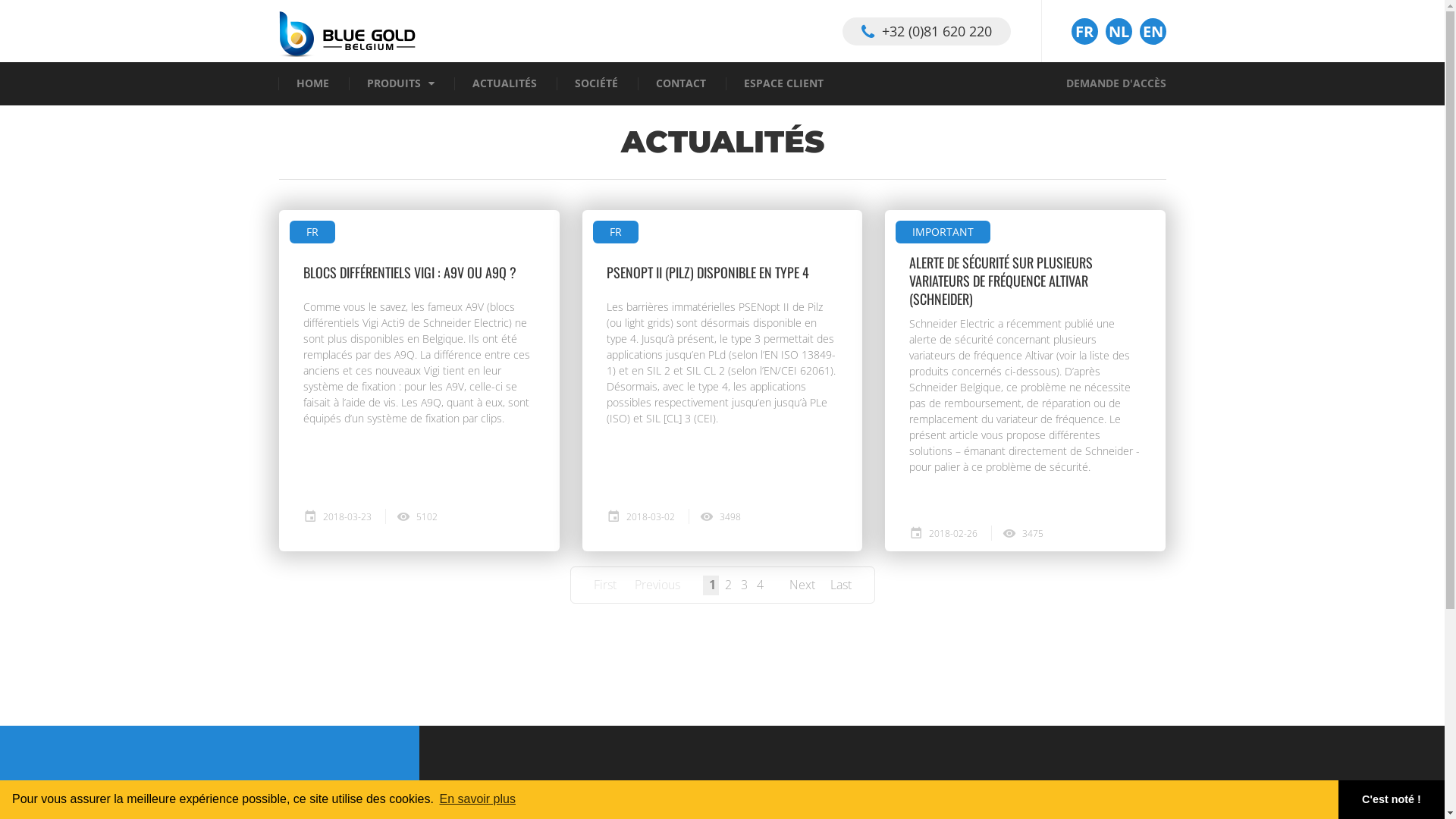 Image resolution: width=1456 pixels, height=819 pixels. Describe the element at coordinates (311, 83) in the screenshot. I see `'HOME'` at that location.